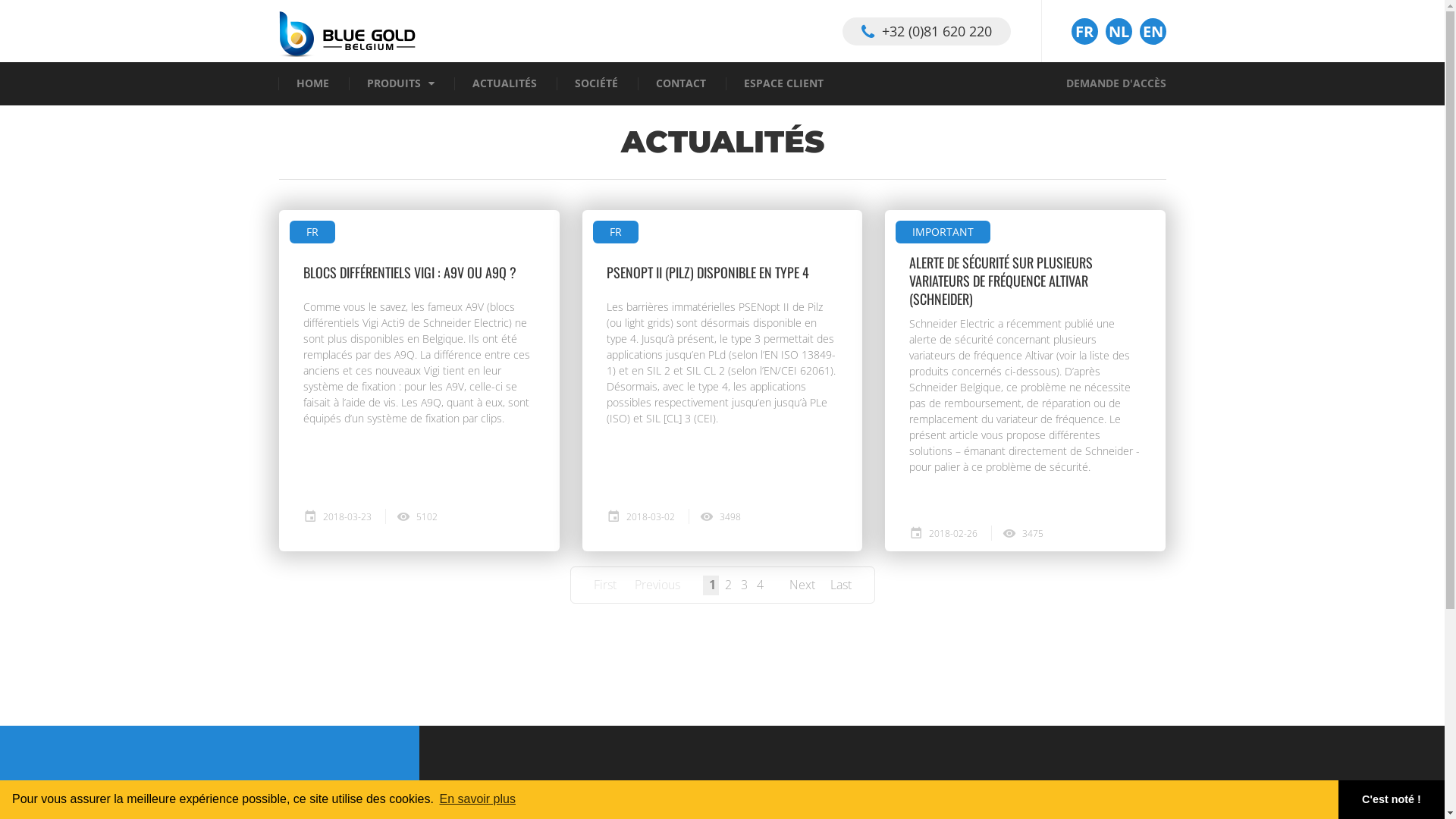 Image resolution: width=1456 pixels, height=819 pixels. Describe the element at coordinates (311, 83) in the screenshot. I see `'HOME'` at that location.